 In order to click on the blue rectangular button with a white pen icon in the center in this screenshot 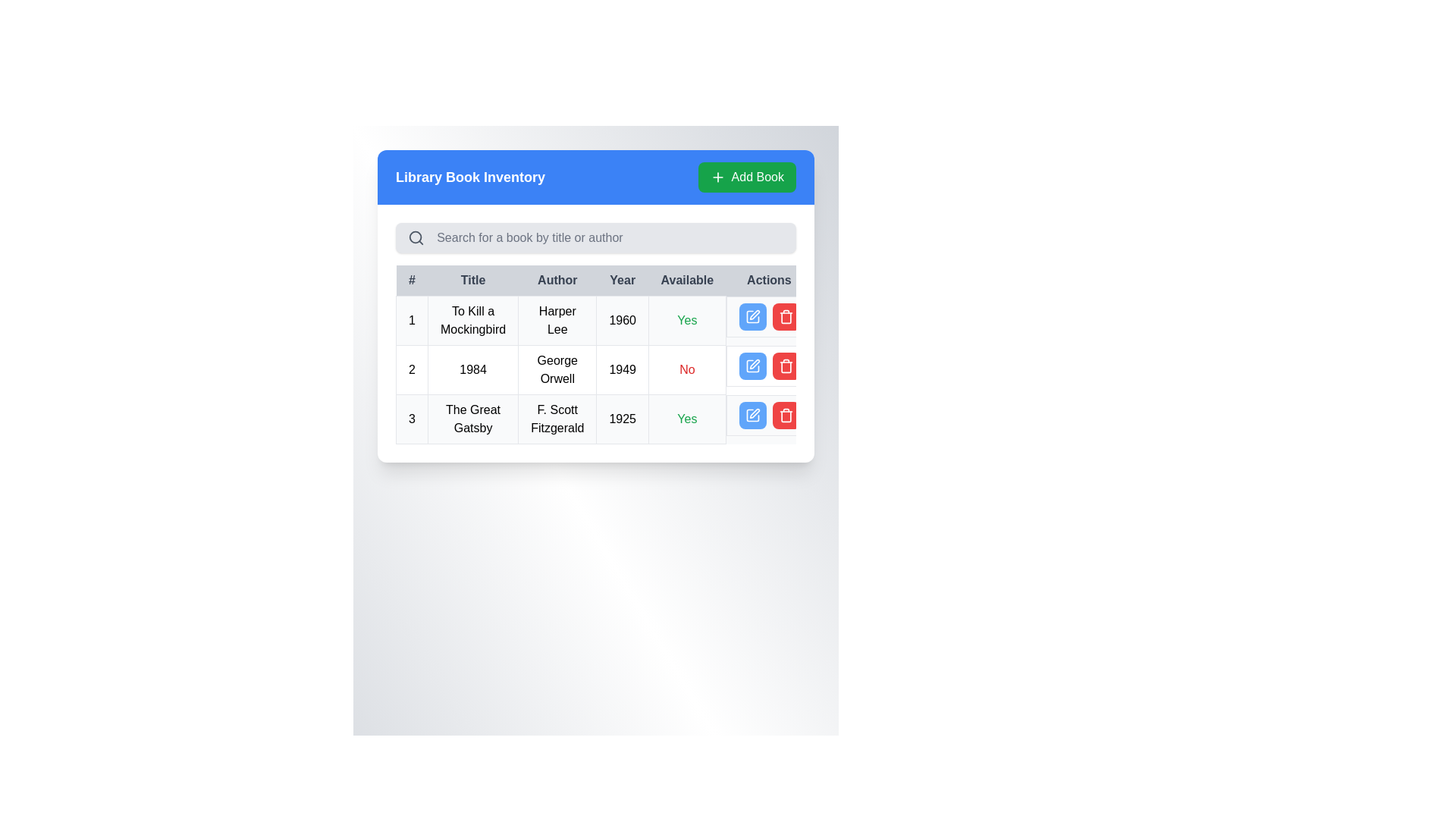, I will do `click(752, 366)`.